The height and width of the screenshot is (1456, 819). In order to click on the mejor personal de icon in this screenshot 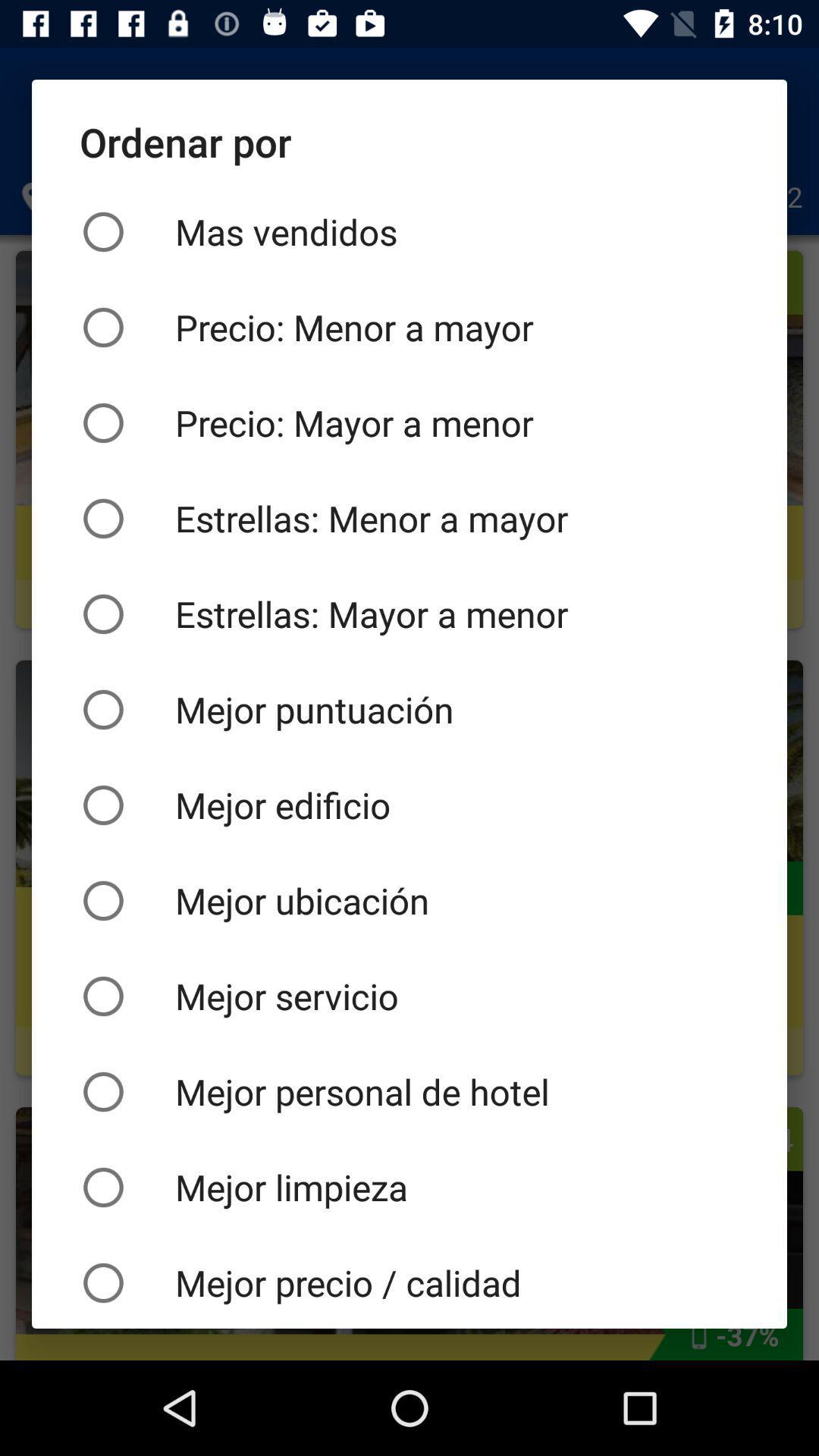, I will do `click(409, 1092)`.